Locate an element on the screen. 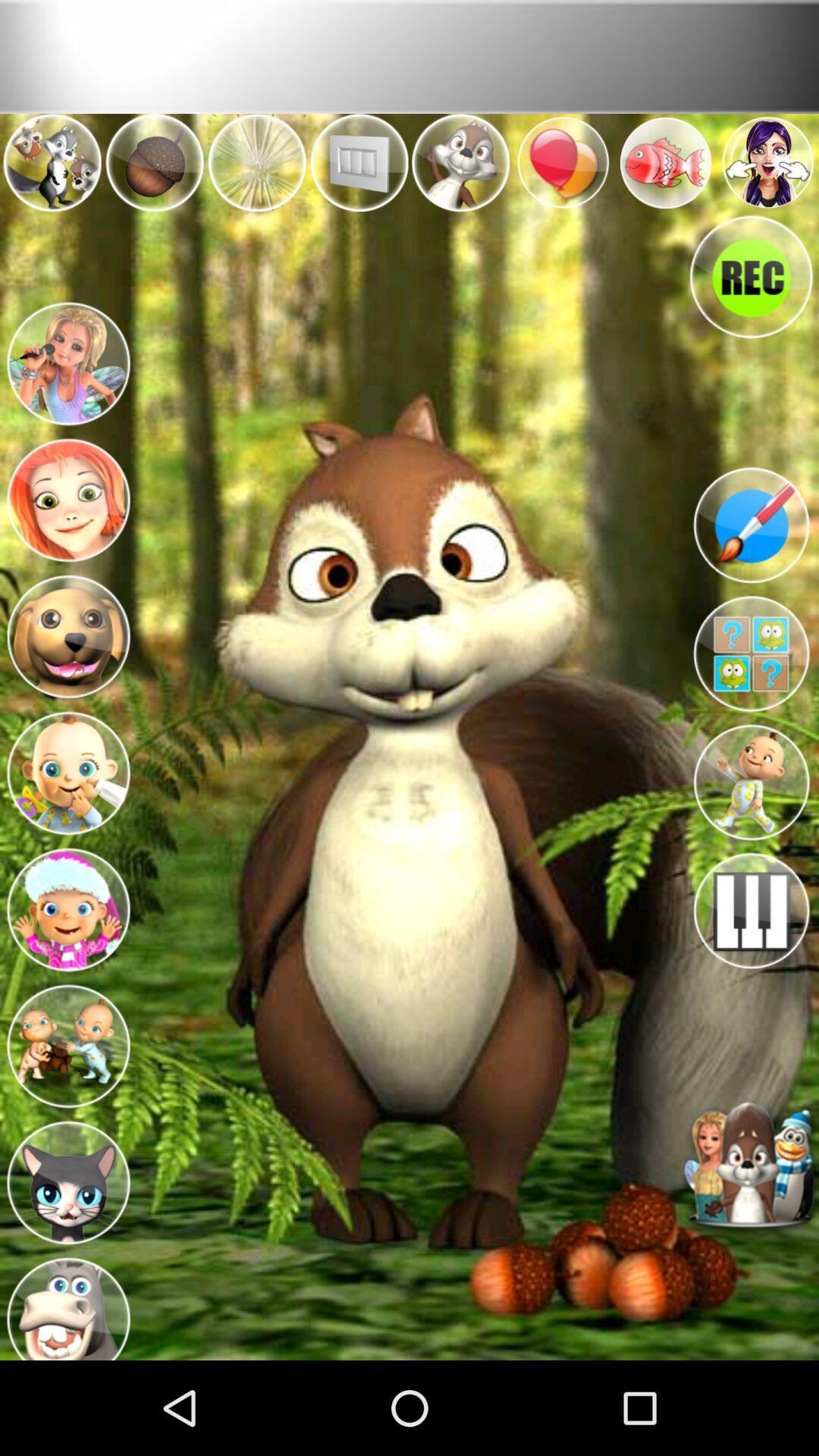  the avatar icon is located at coordinates (67, 387).